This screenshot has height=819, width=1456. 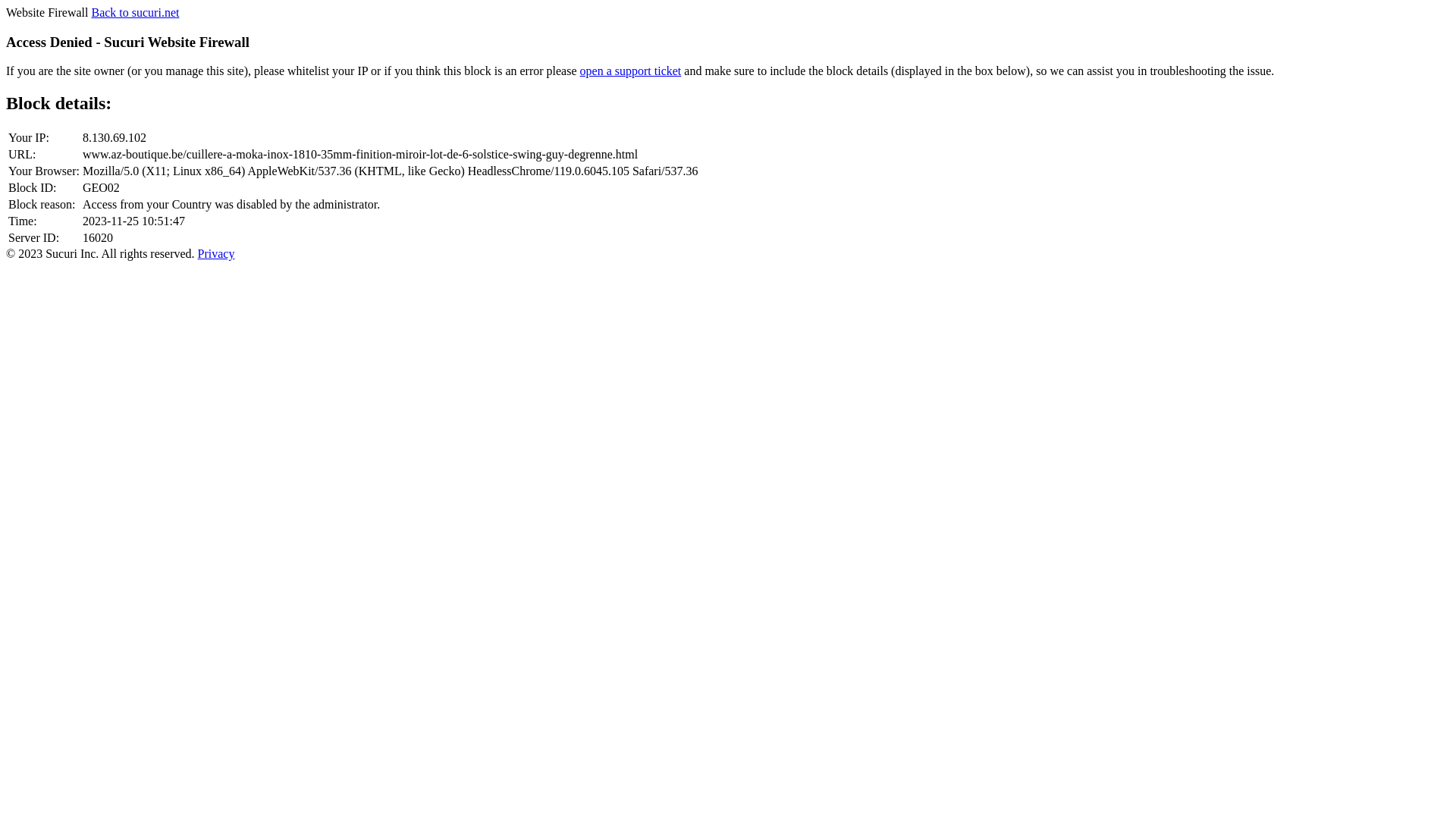 What do you see at coordinates (90, 12) in the screenshot?
I see `'Back to sucuri.net'` at bounding box center [90, 12].